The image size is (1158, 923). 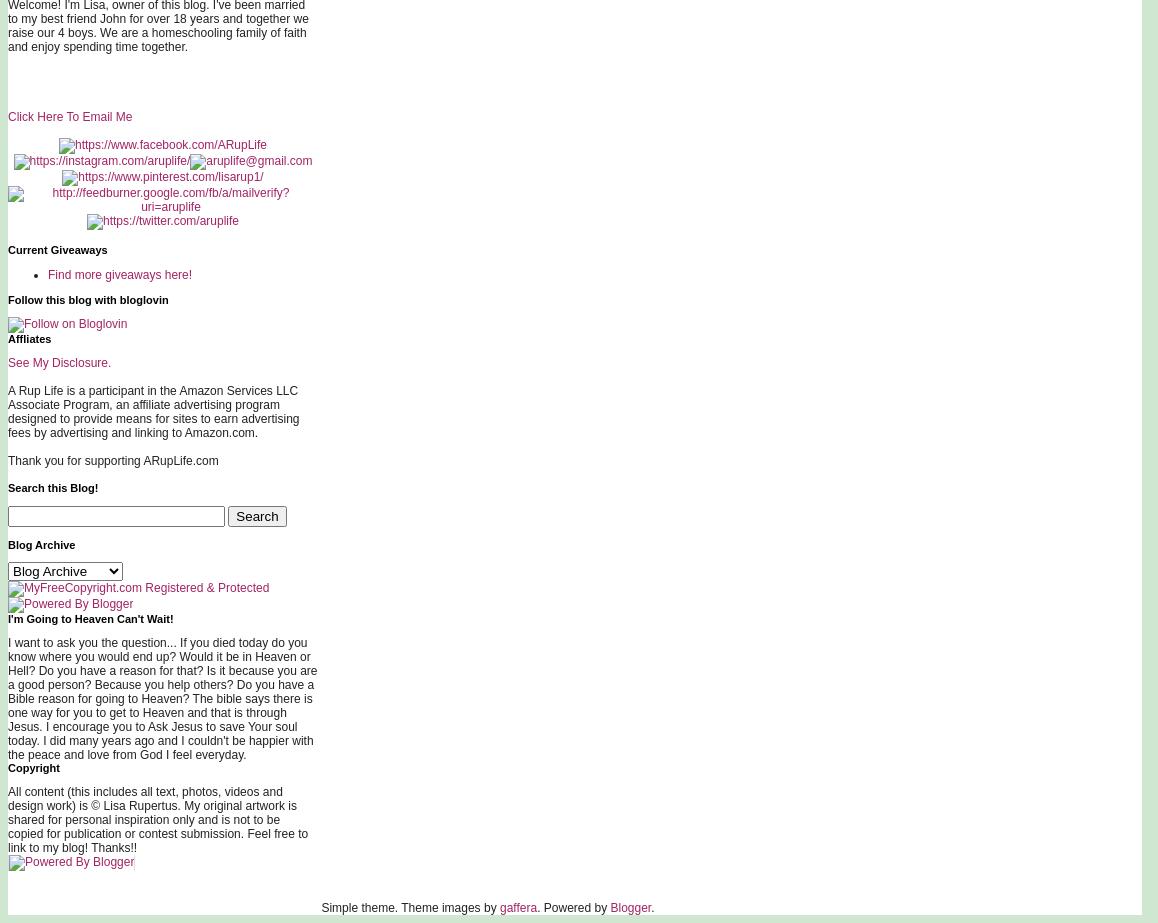 I want to click on 'Thank you for supporting ARupLife.com', so click(x=113, y=461).